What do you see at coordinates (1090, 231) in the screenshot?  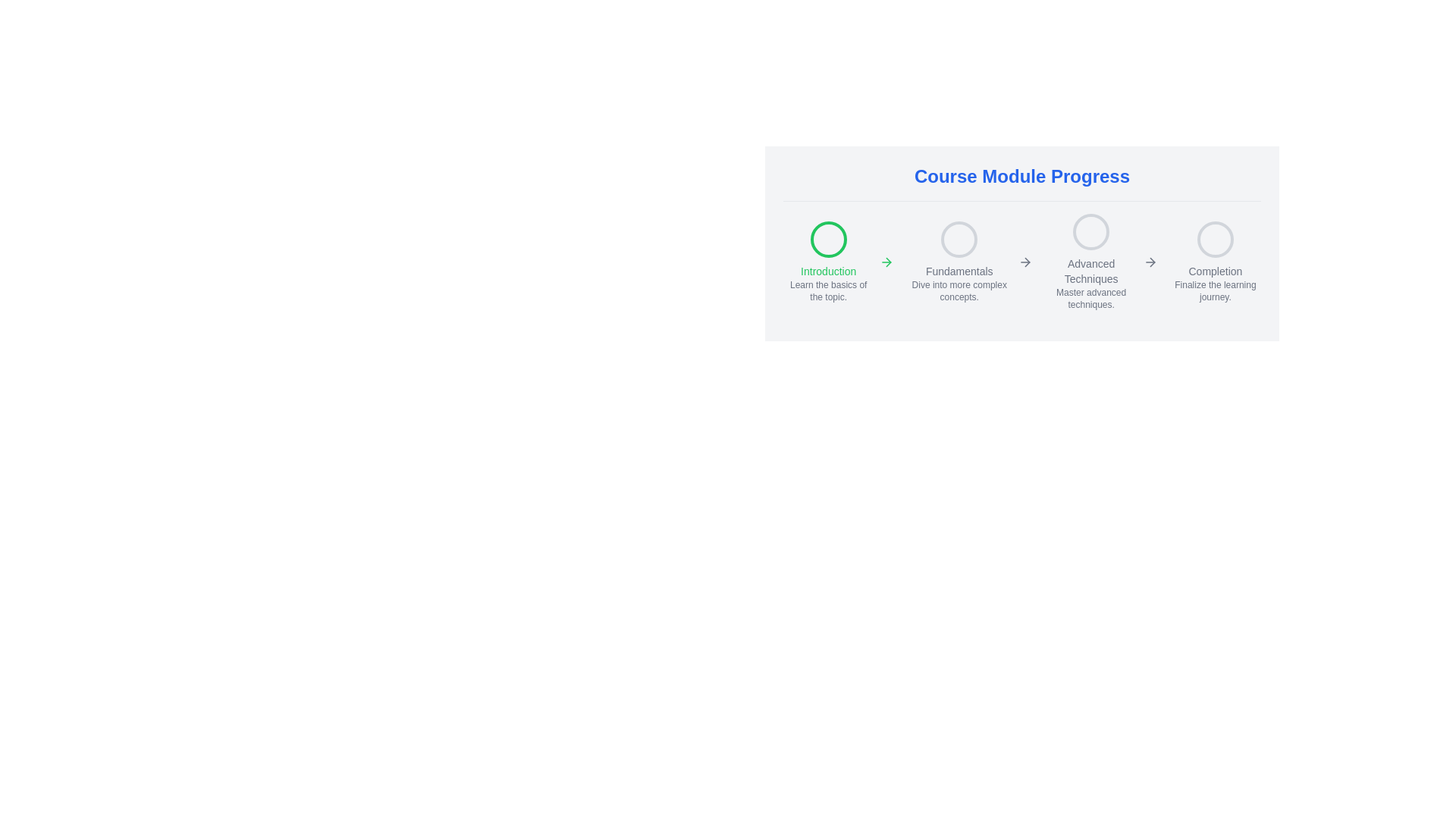 I see `the Circular progress indicator that represents the 'Advanced Techniques' module in the course` at bounding box center [1090, 231].